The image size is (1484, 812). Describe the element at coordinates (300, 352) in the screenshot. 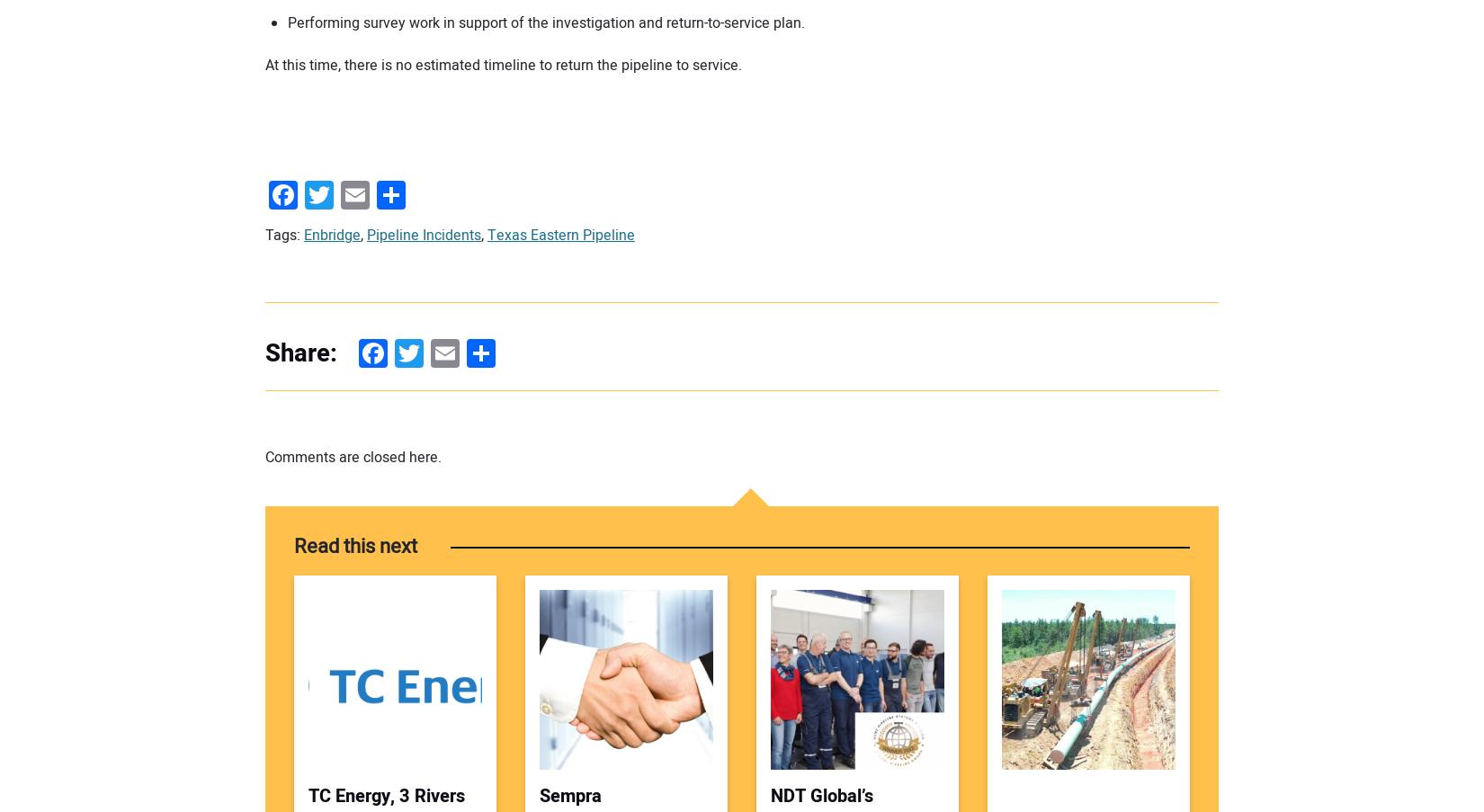

I see `'Share:'` at that location.